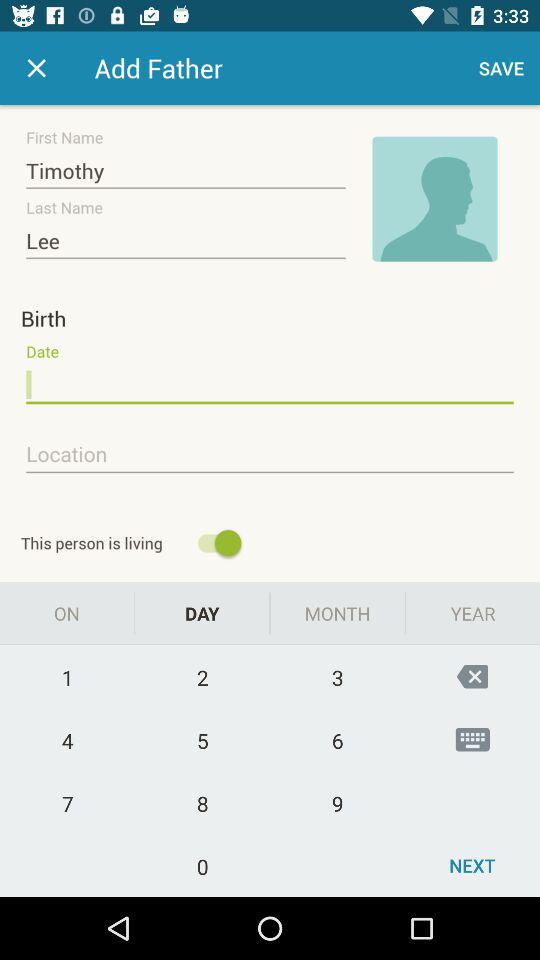  What do you see at coordinates (434, 199) in the screenshot?
I see `picture of contact` at bounding box center [434, 199].